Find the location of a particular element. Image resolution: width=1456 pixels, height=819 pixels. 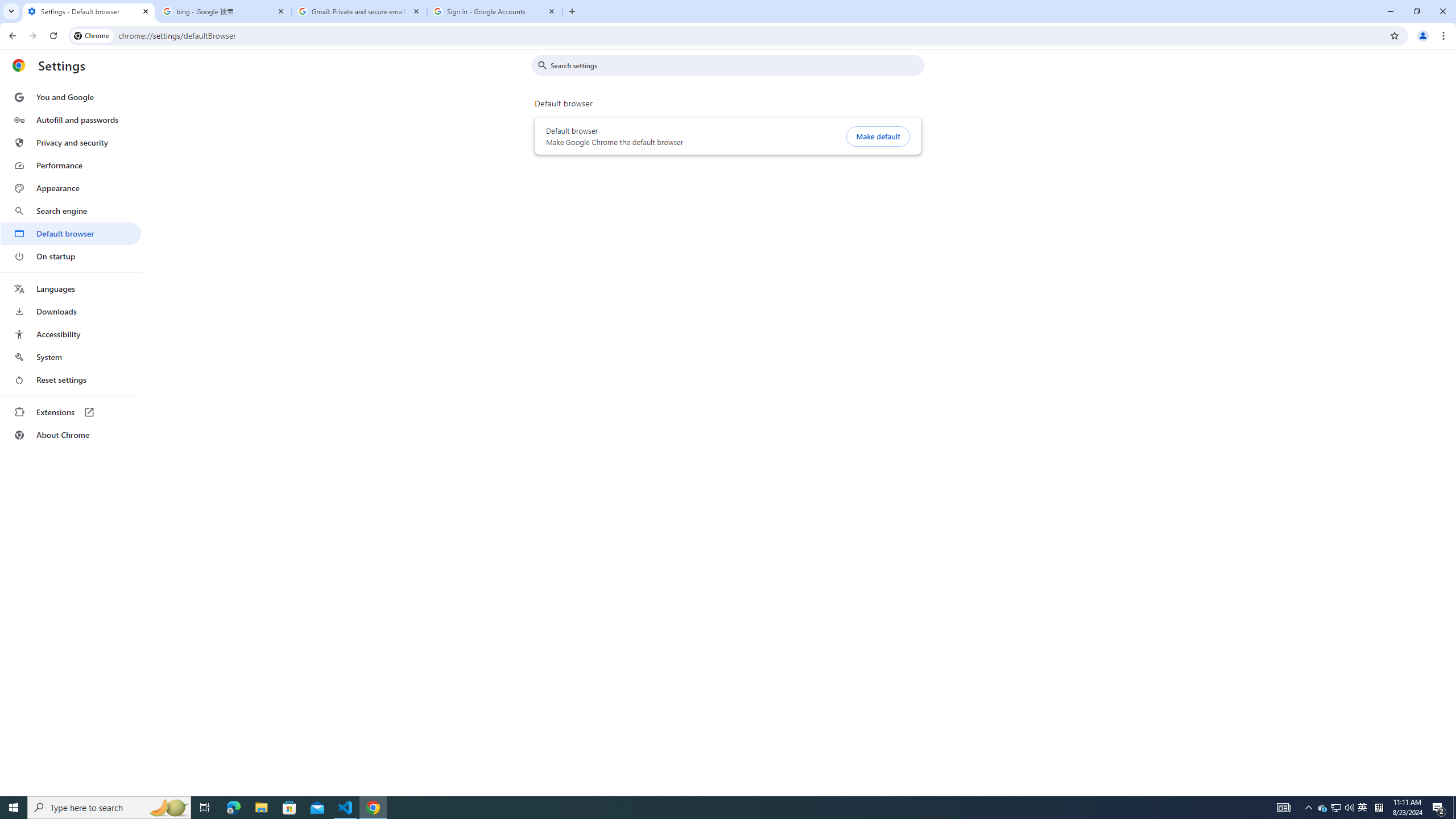

'AutomationID: menu' is located at coordinates (71, 266).